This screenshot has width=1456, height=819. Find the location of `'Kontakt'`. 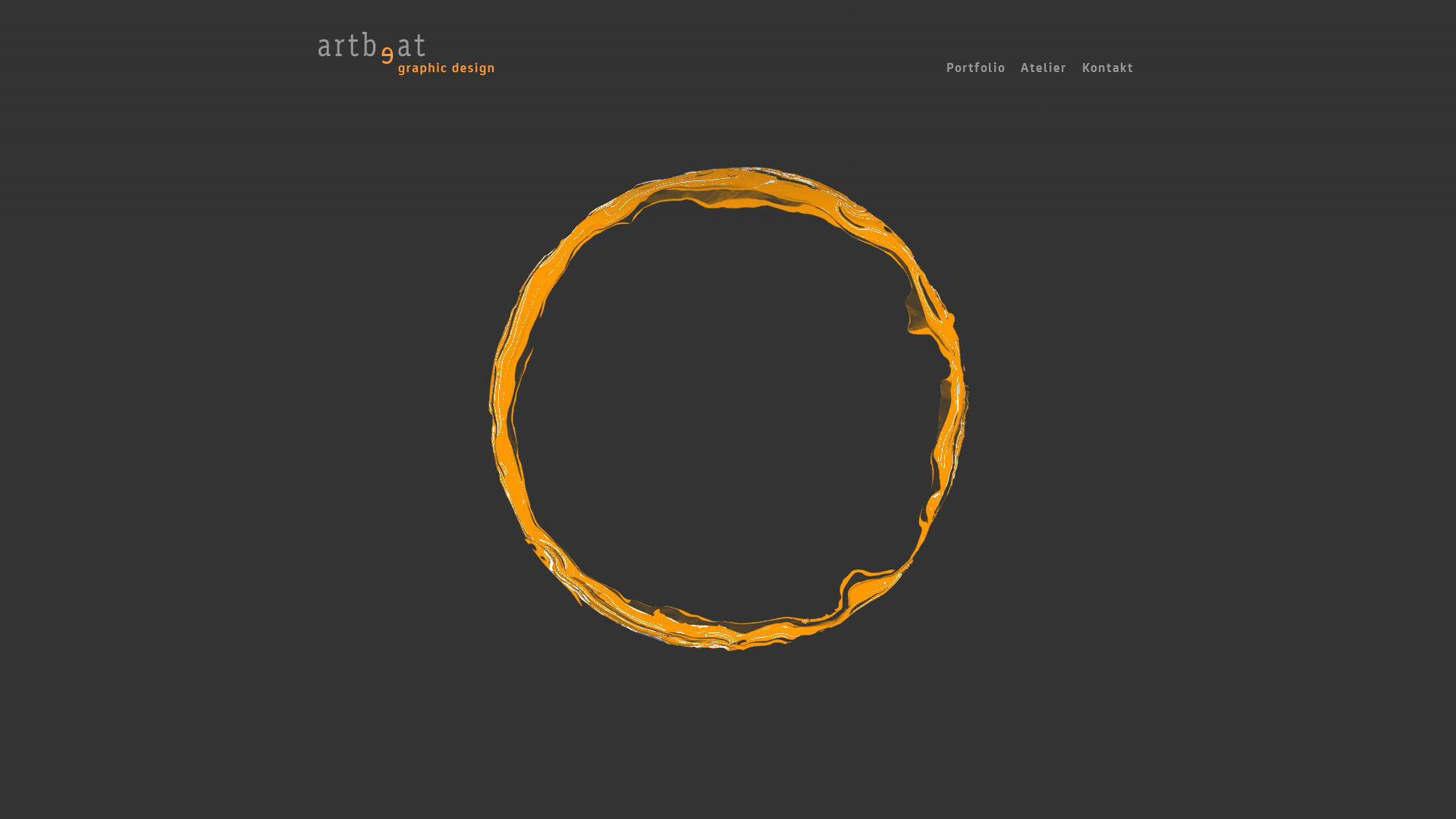

'Kontakt' is located at coordinates (1107, 67).